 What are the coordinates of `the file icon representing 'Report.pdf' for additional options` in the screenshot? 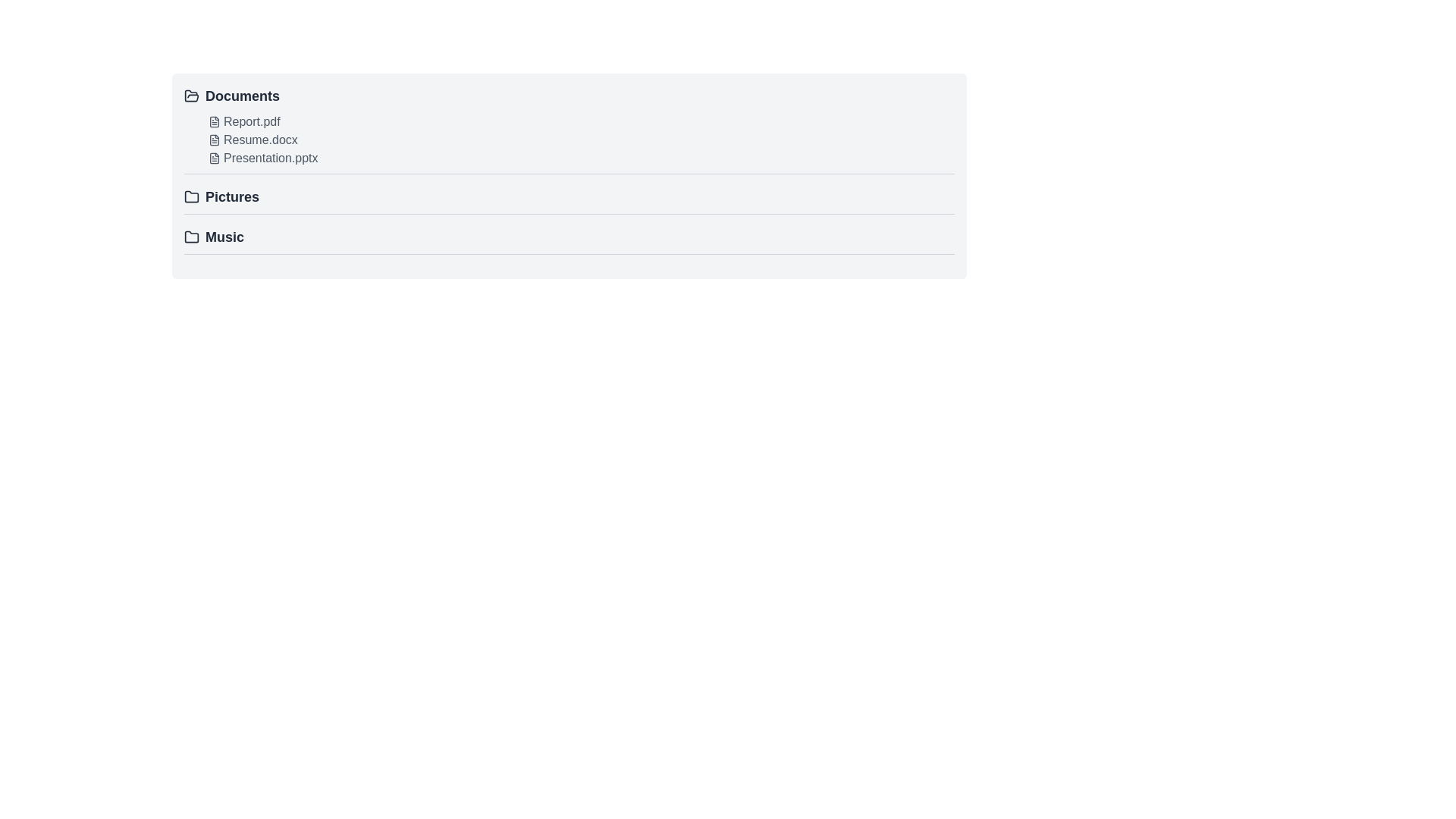 It's located at (214, 121).